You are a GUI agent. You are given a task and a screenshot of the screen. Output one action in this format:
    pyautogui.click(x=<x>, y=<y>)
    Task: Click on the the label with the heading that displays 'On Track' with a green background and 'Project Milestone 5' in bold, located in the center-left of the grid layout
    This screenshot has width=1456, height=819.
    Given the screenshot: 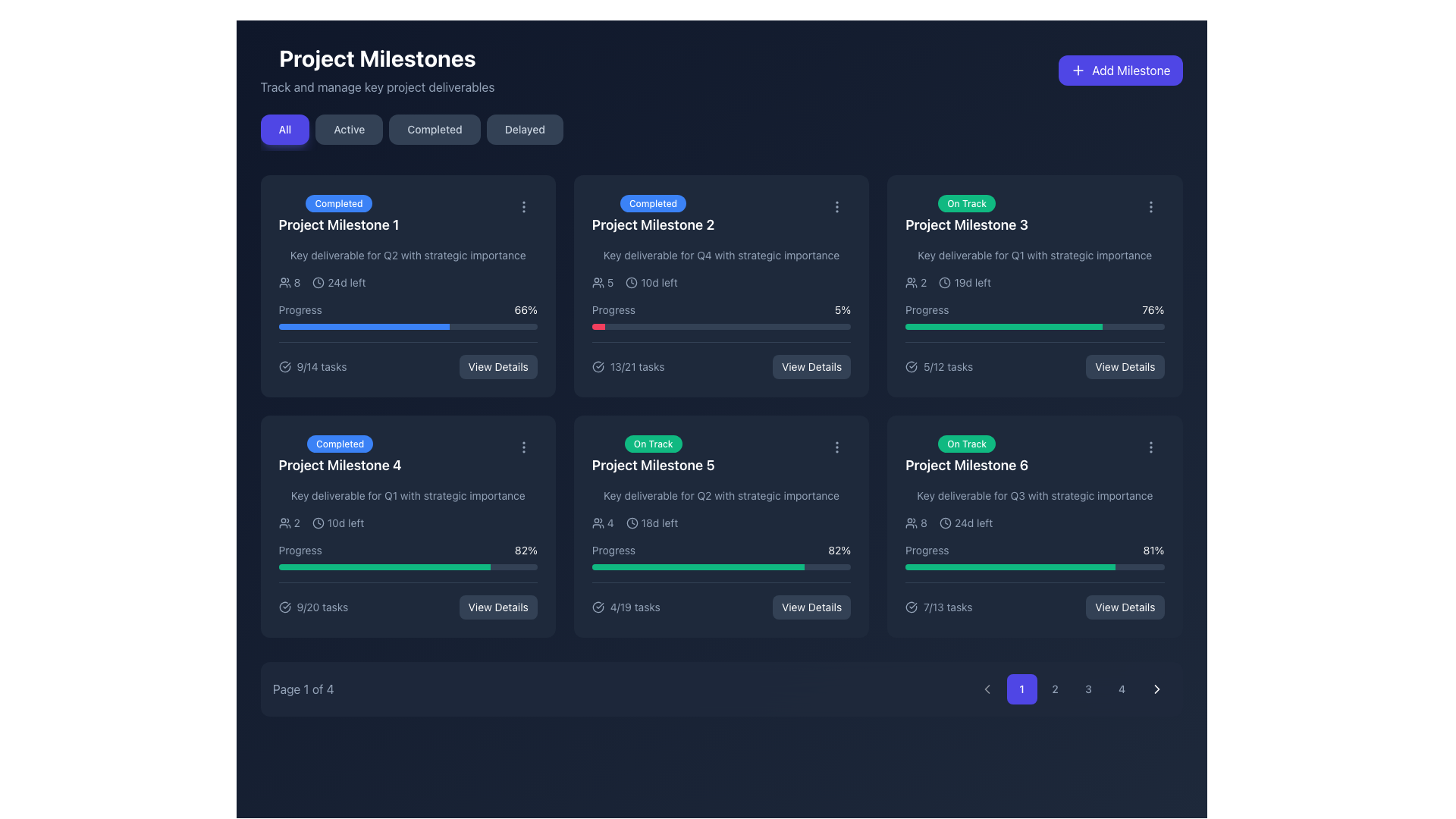 What is the action you would take?
    pyautogui.click(x=653, y=454)
    